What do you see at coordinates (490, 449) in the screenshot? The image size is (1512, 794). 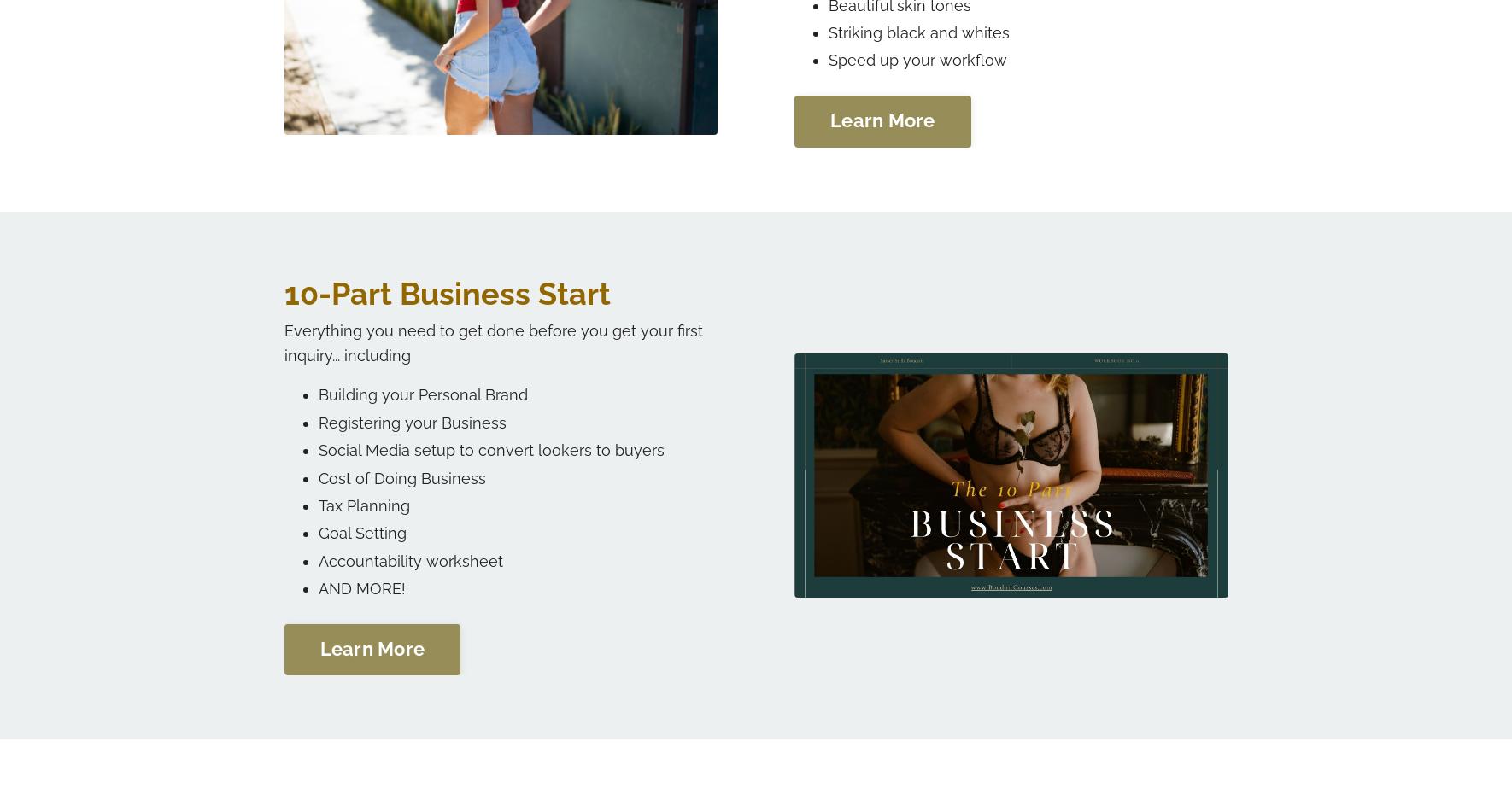 I see `'Social Media setup to convert lookers to buyers'` at bounding box center [490, 449].